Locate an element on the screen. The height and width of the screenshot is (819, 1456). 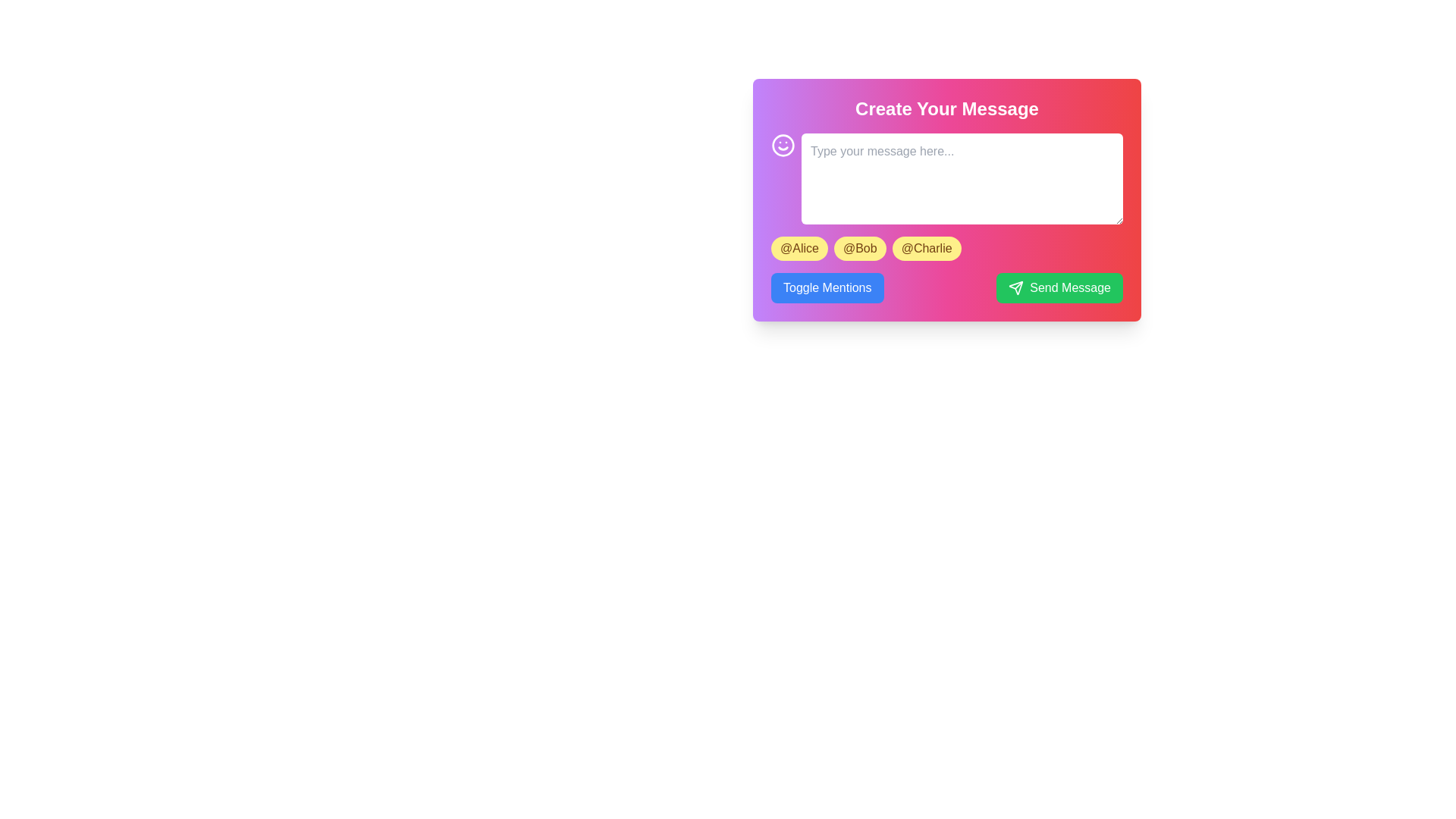
the interactive tag '@Charlie' is located at coordinates (926, 247).